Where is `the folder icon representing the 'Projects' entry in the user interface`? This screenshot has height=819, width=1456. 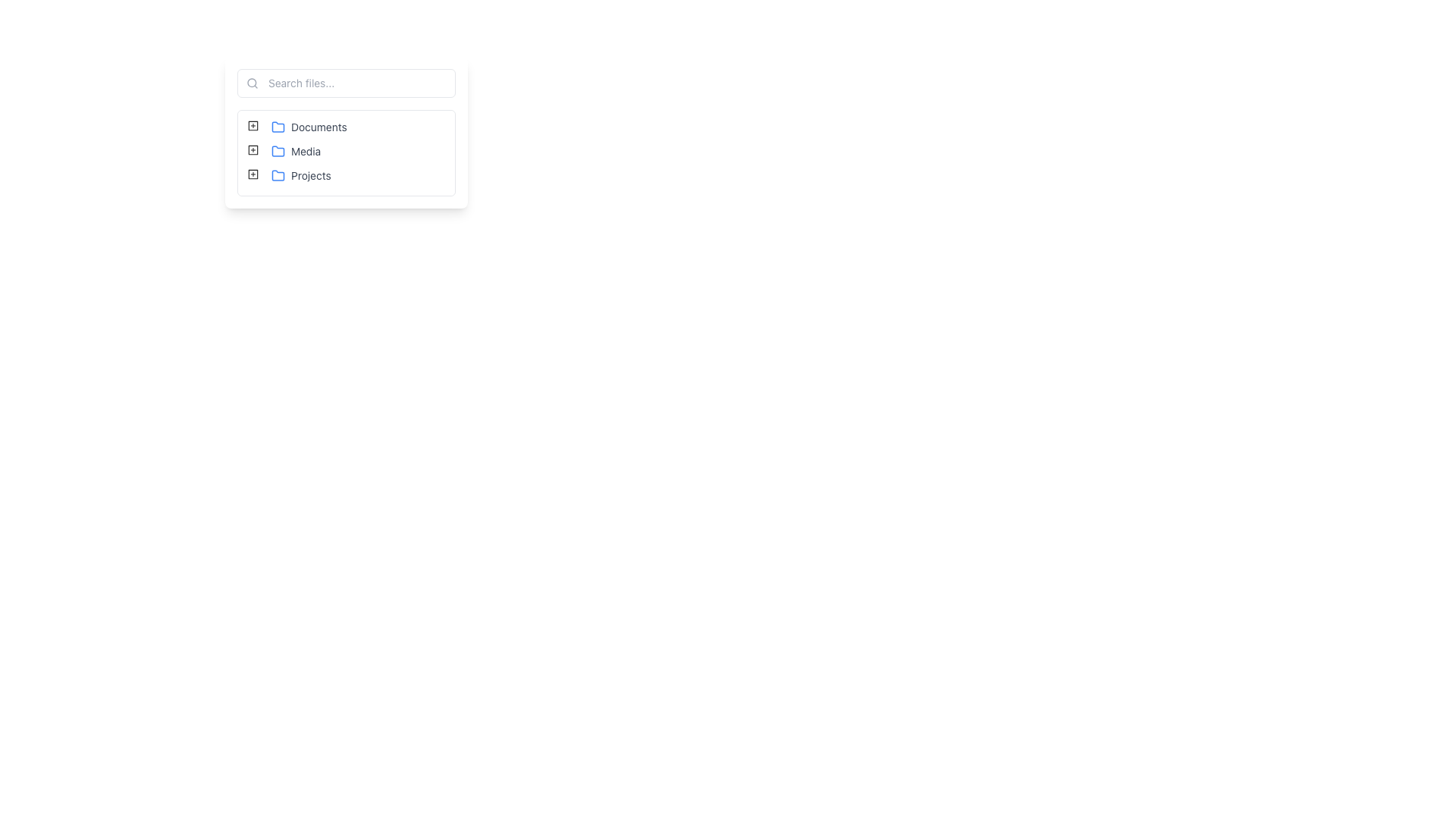 the folder icon representing the 'Projects' entry in the user interface is located at coordinates (278, 174).